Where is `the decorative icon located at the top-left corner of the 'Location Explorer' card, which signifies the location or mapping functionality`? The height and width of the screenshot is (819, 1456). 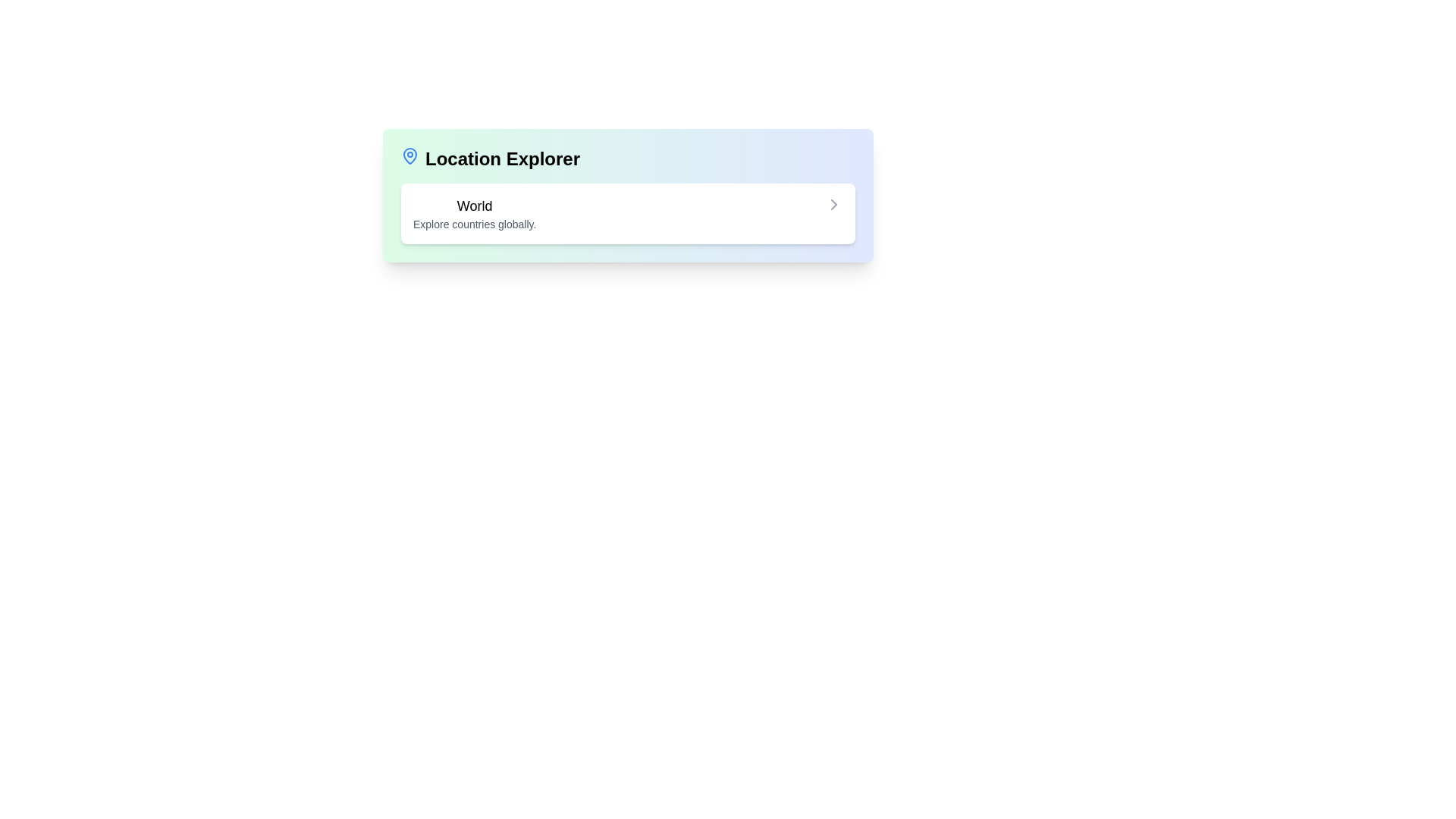
the decorative icon located at the top-left corner of the 'Location Explorer' card, which signifies the location or mapping functionality is located at coordinates (410, 155).